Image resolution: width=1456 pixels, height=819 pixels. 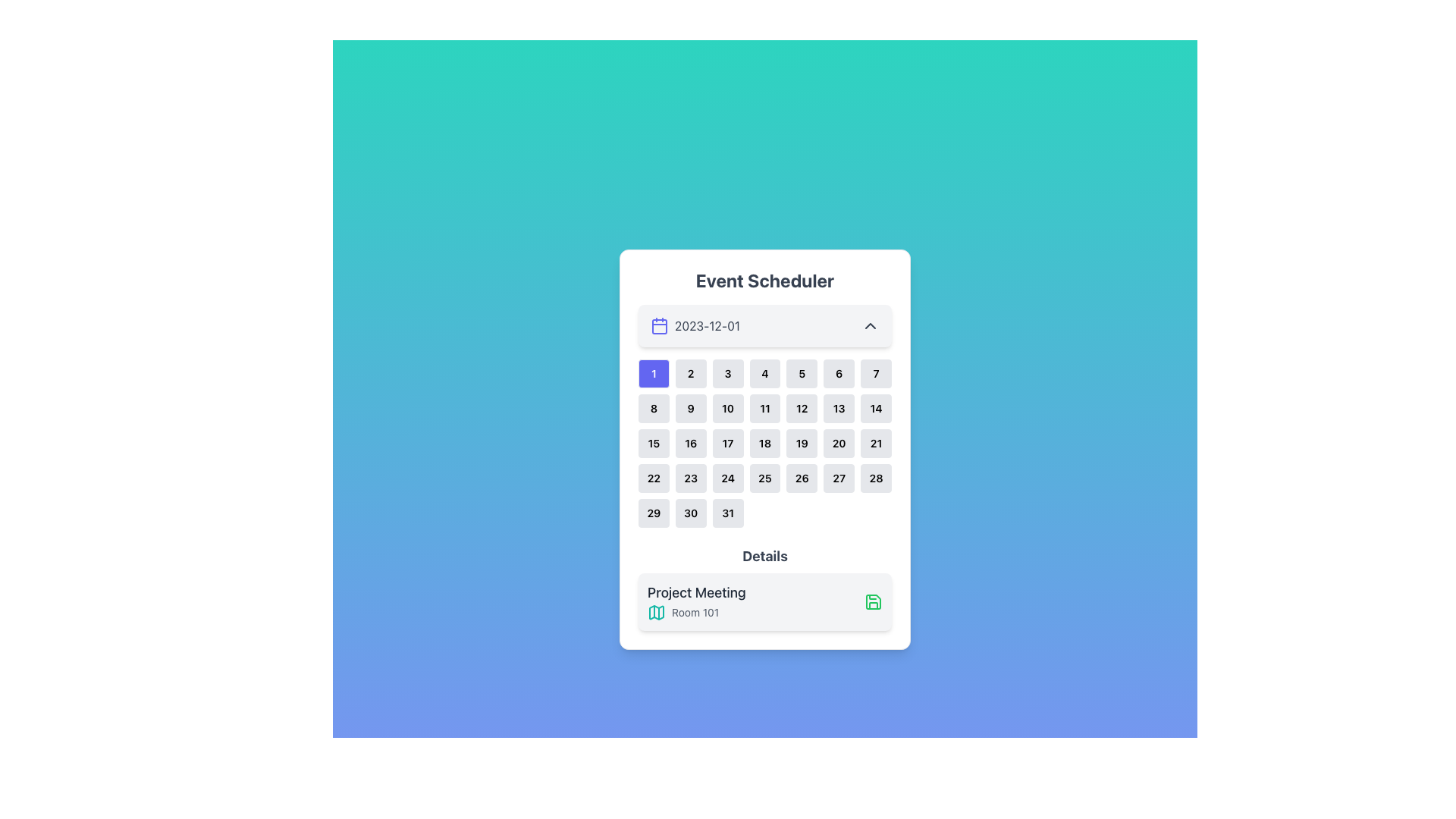 I want to click on the button representing the 17th day of the month in the calendar interface, so click(x=728, y=444).